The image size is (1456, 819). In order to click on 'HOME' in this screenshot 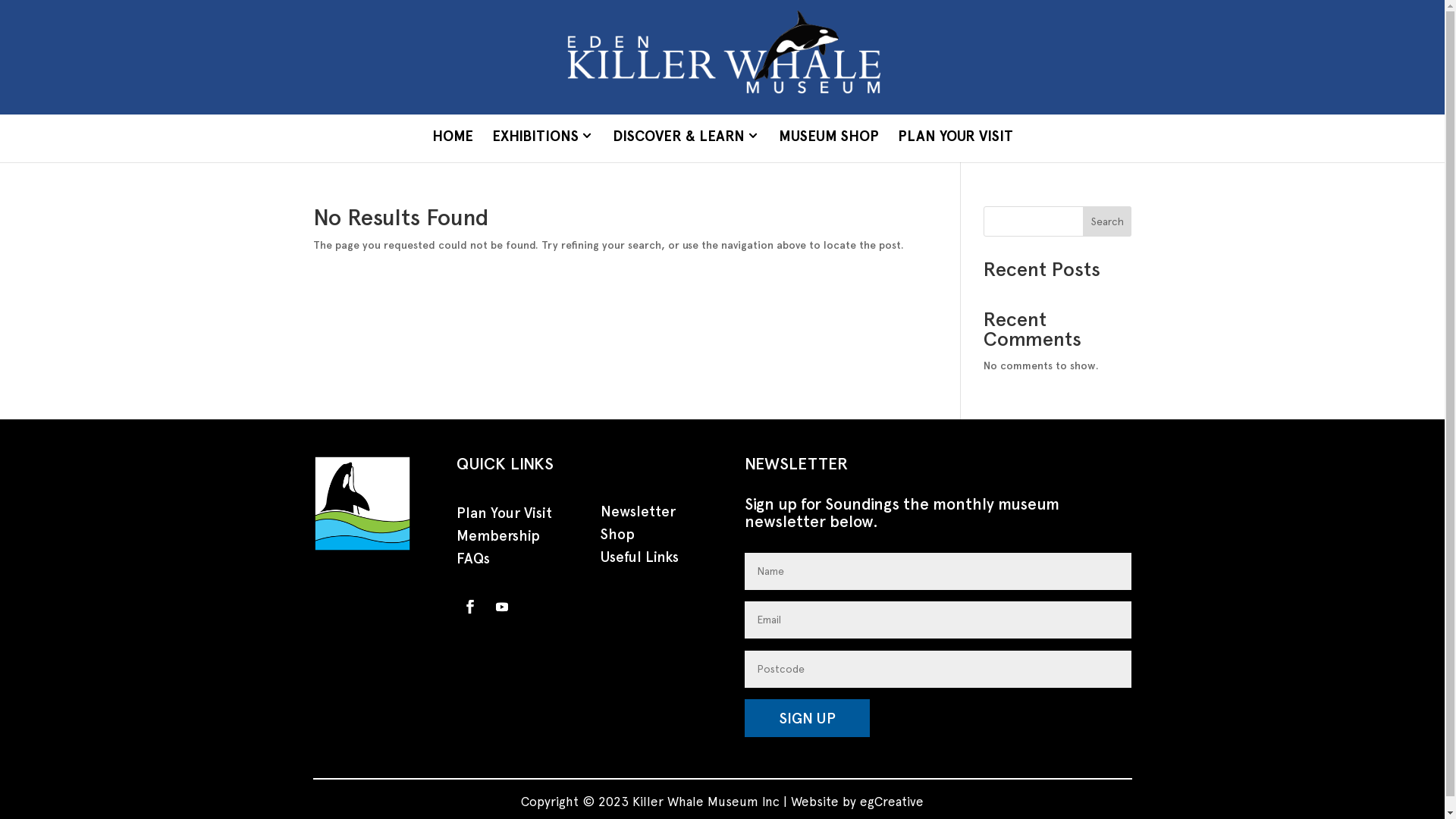, I will do `click(451, 138)`.